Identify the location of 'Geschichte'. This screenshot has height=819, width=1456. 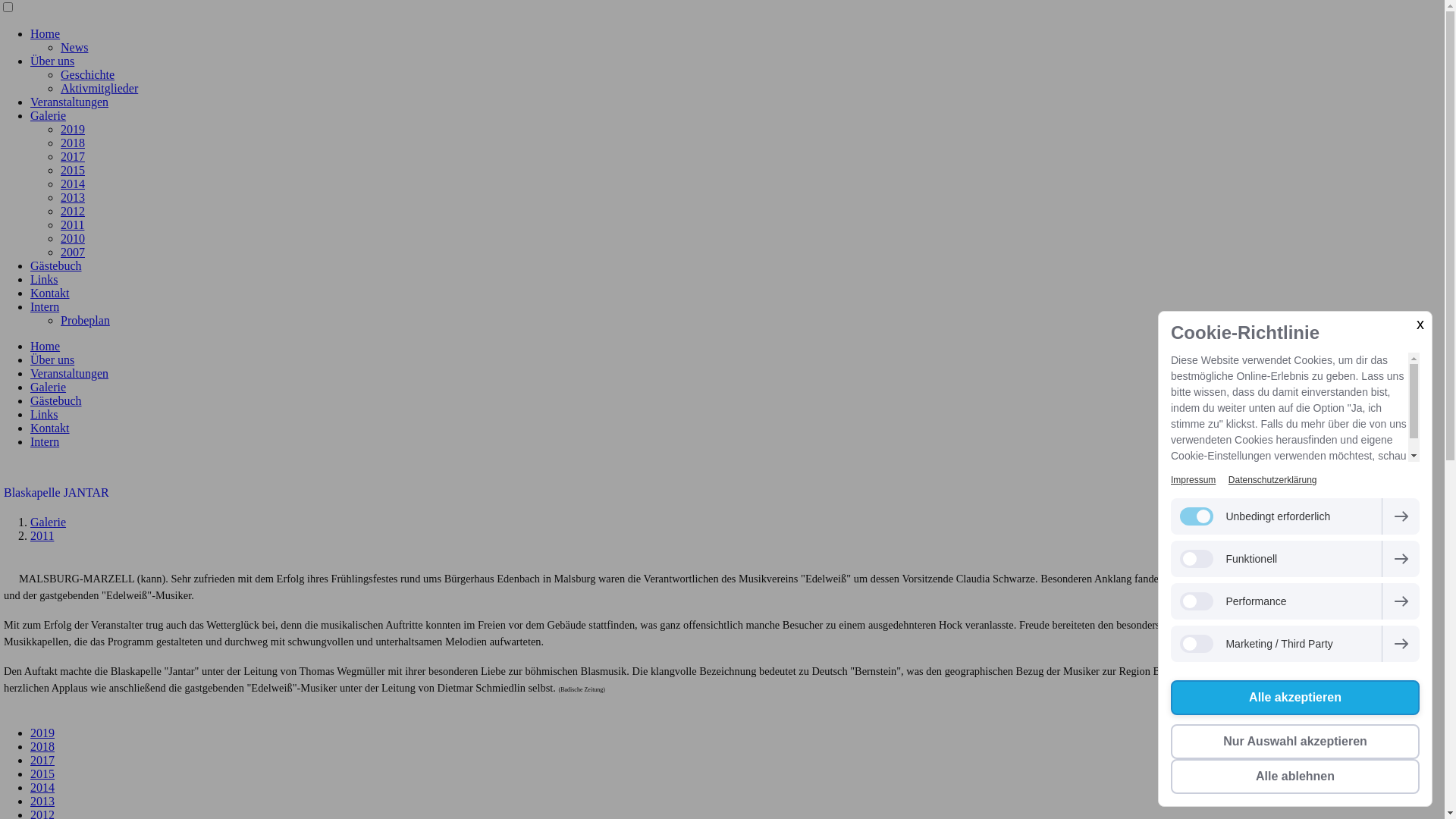
(61, 74).